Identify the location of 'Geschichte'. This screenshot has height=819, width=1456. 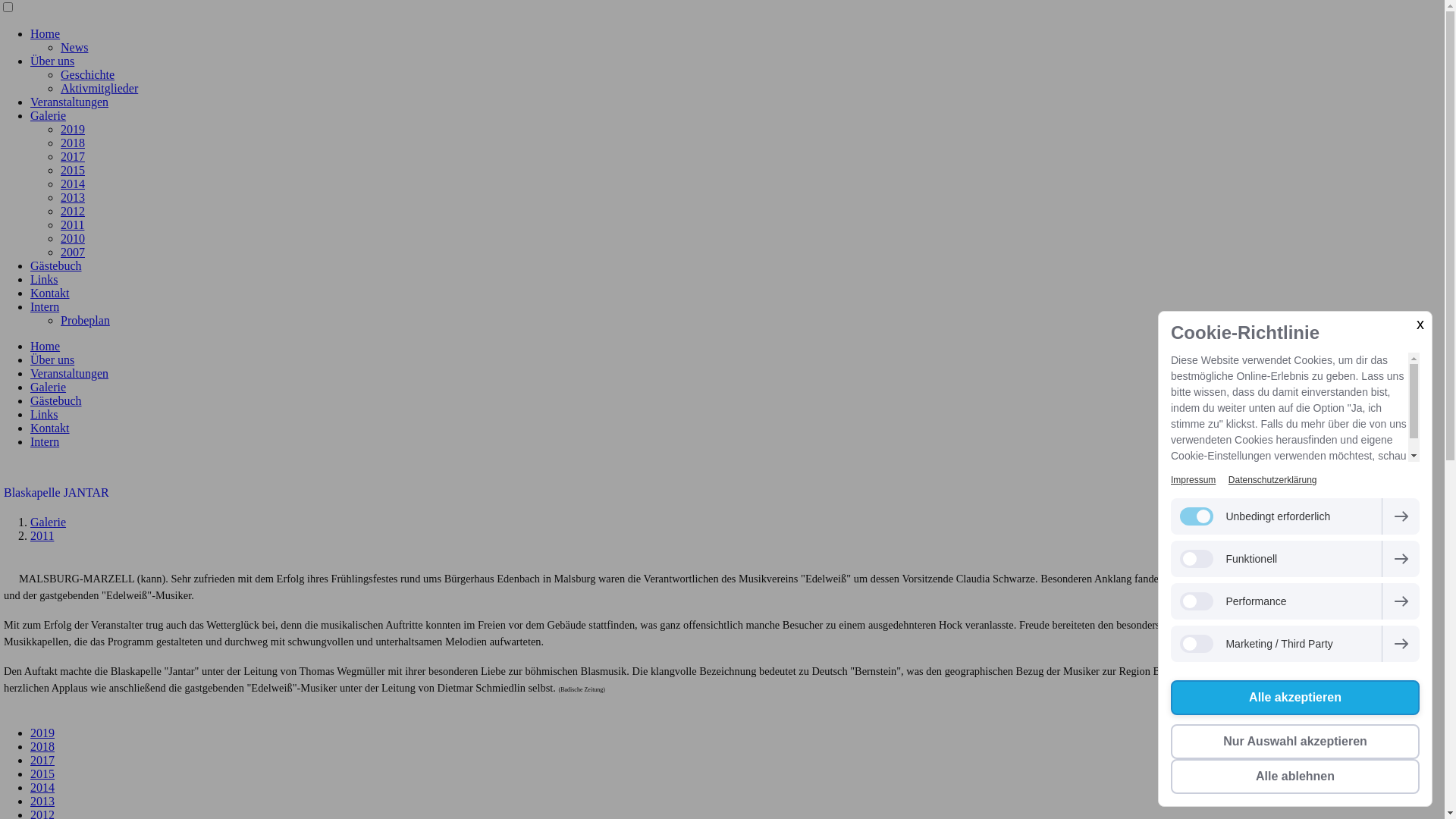
(61, 74).